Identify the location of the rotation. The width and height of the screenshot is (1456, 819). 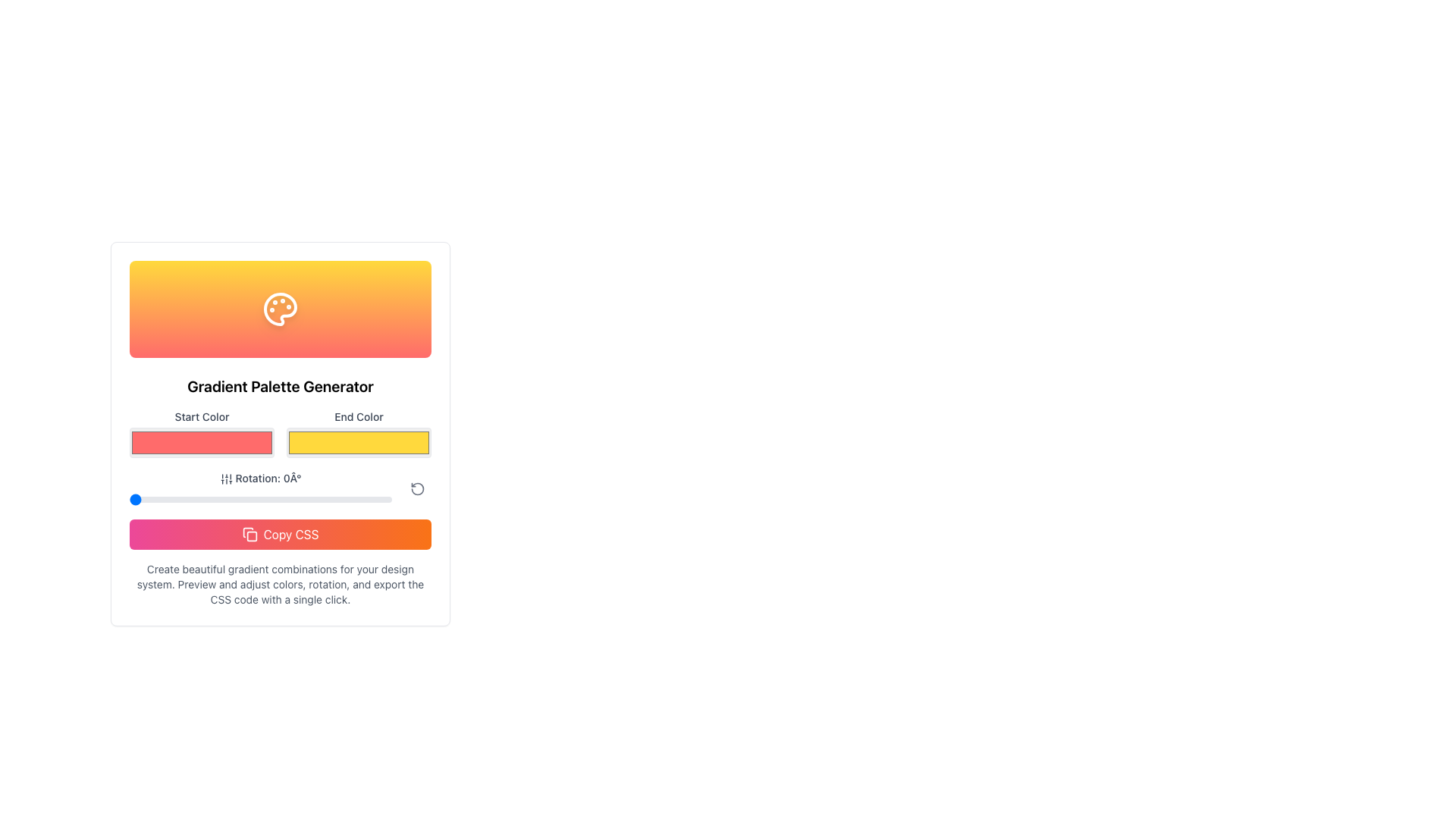
(157, 500).